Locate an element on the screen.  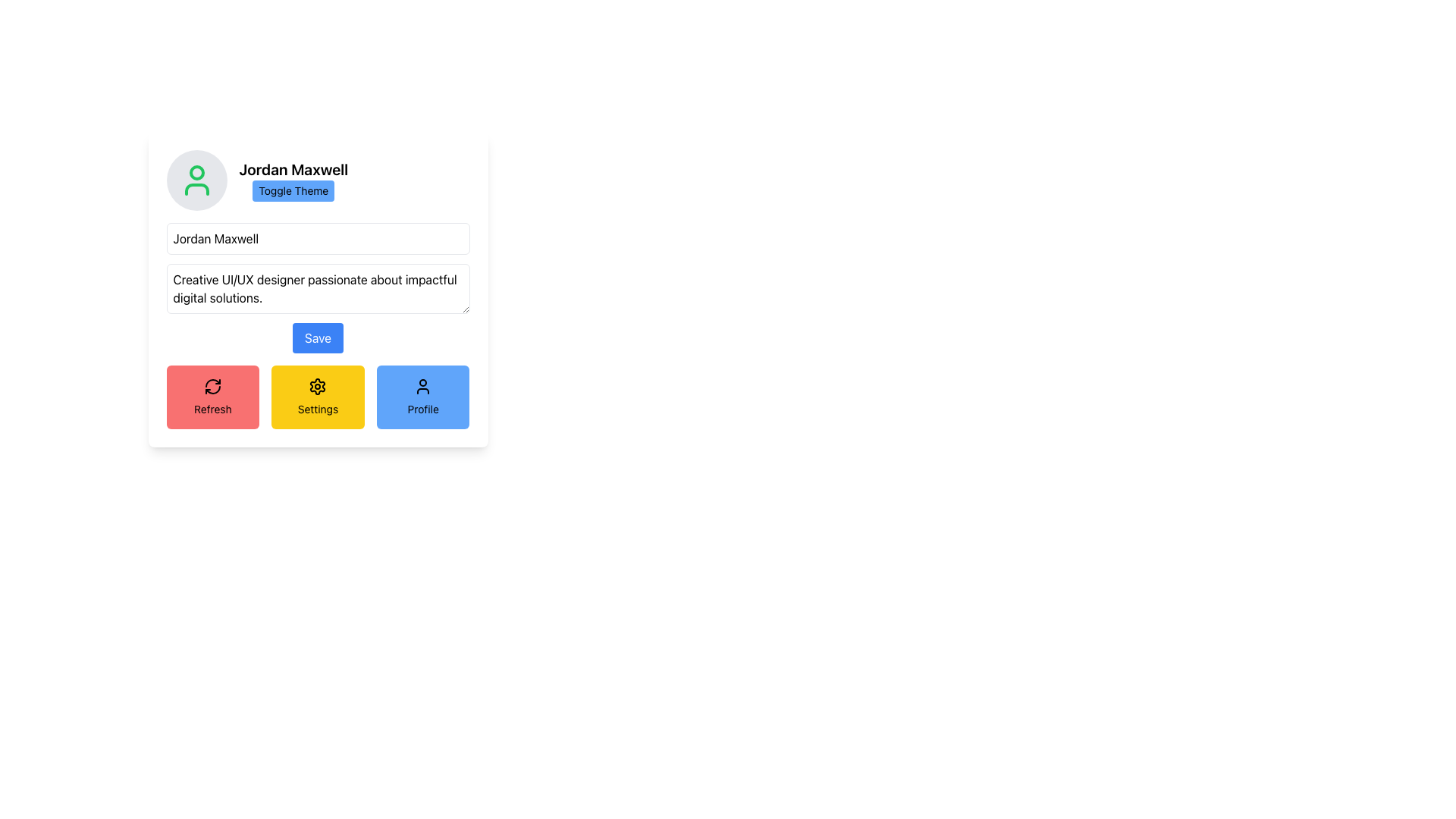
the 'Toggle Theme' button, which is a rectangular button with rounded corners and a blue background, located directly to the right of the text 'Jordan Maxwell' is located at coordinates (293, 190).